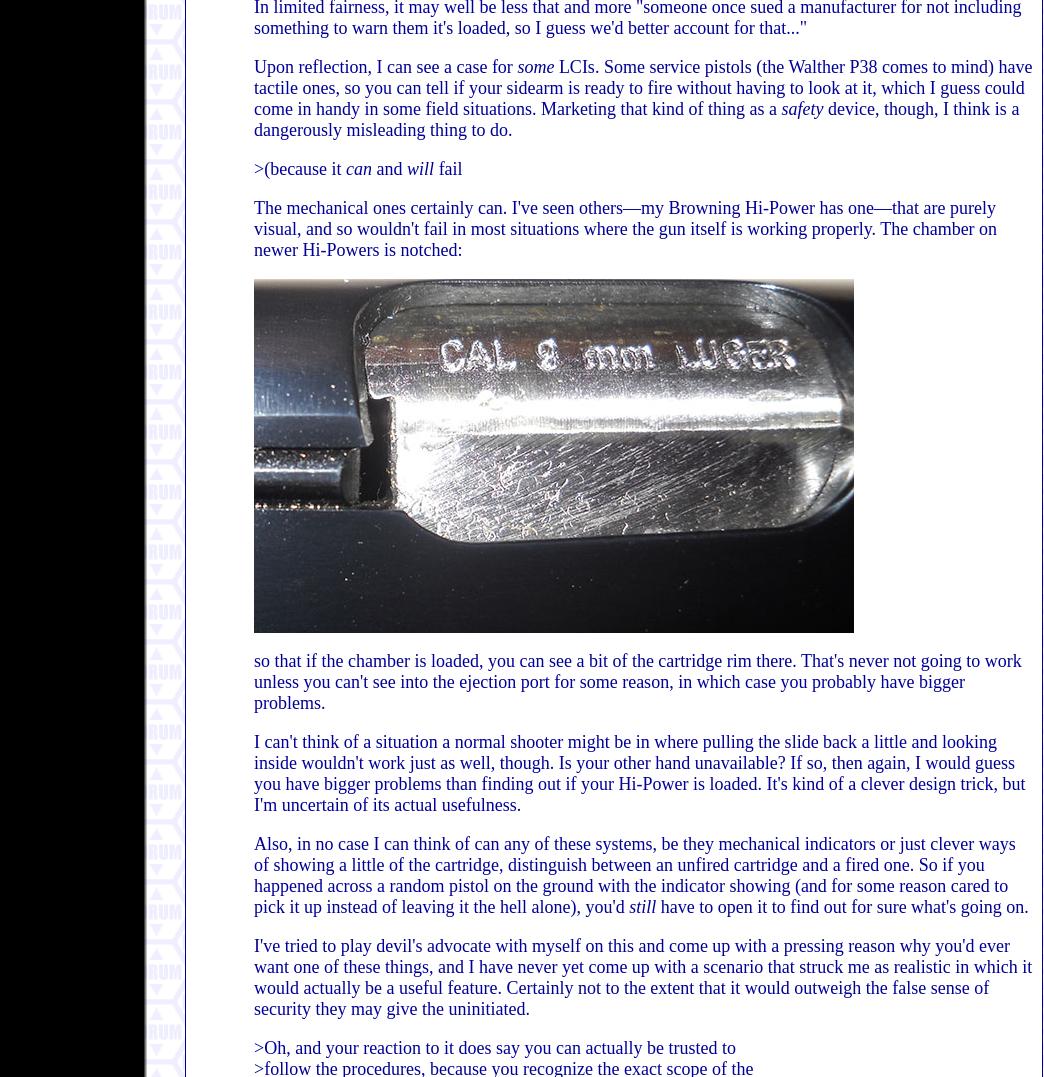 Image resolution: width=1044 pixels, height=1077 pixels. I want to click on 'so that if the chamber is loaded, you can see a bit of the cartridge rim there.  That's never not going to work unless you can't see into the ejection port for some reason, in which case you probably have bigger problems.', so click(637, 680).